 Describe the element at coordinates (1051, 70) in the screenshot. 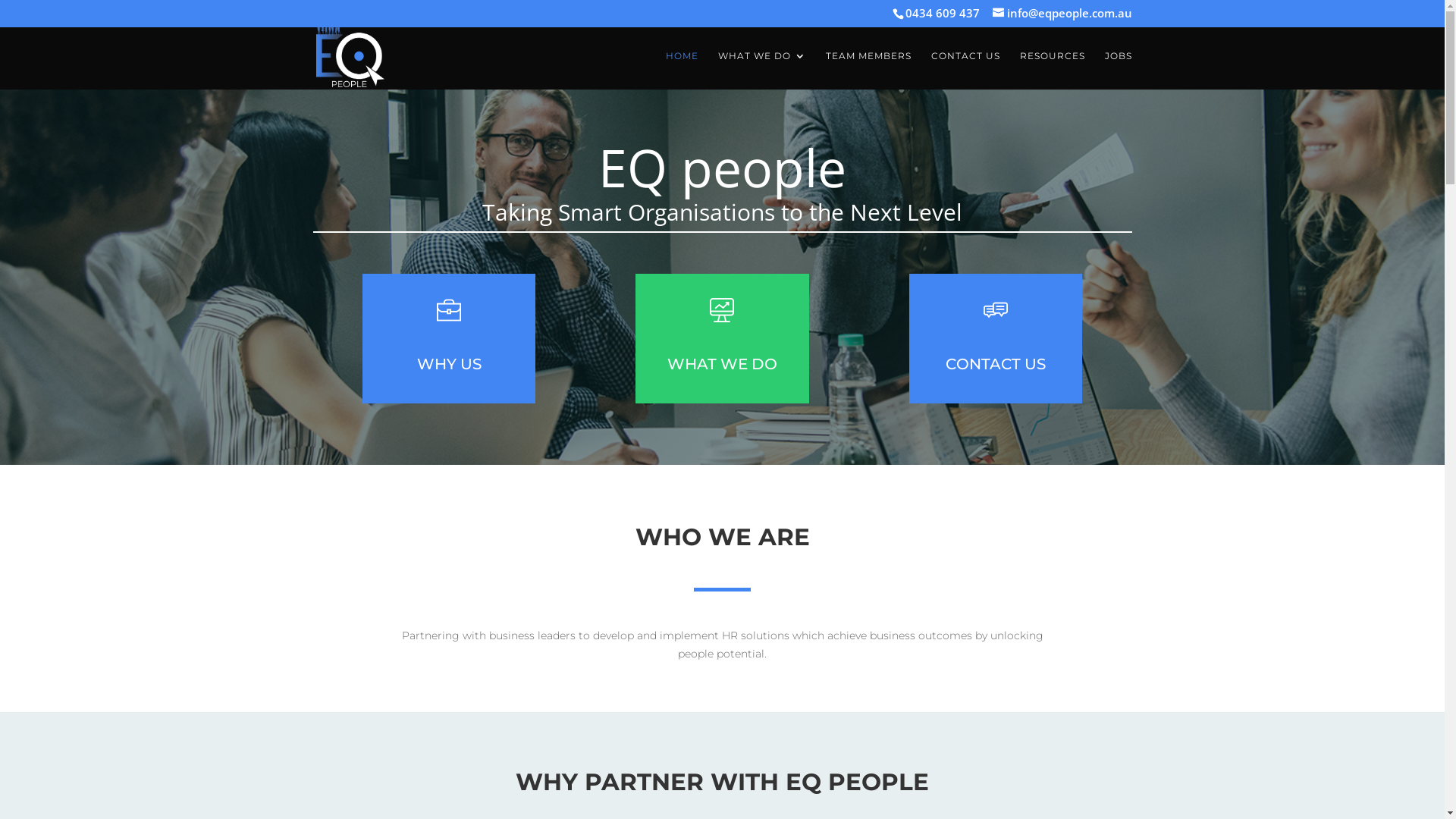

I see `'RESOURCES'` at that location.